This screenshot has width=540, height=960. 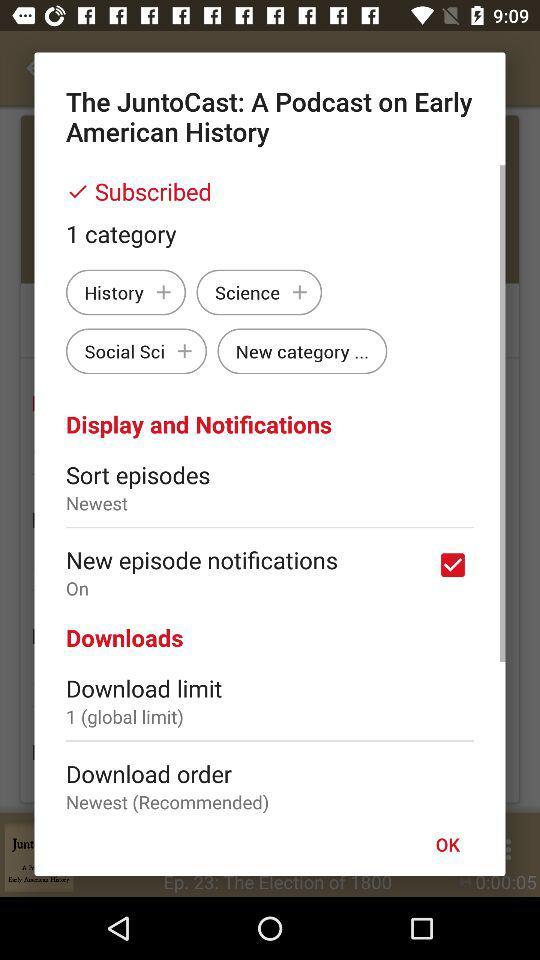 What do you see at coordinates (270, 191) in the screenshot?
I see `subscribed icon` at bounding box center [270, 191].